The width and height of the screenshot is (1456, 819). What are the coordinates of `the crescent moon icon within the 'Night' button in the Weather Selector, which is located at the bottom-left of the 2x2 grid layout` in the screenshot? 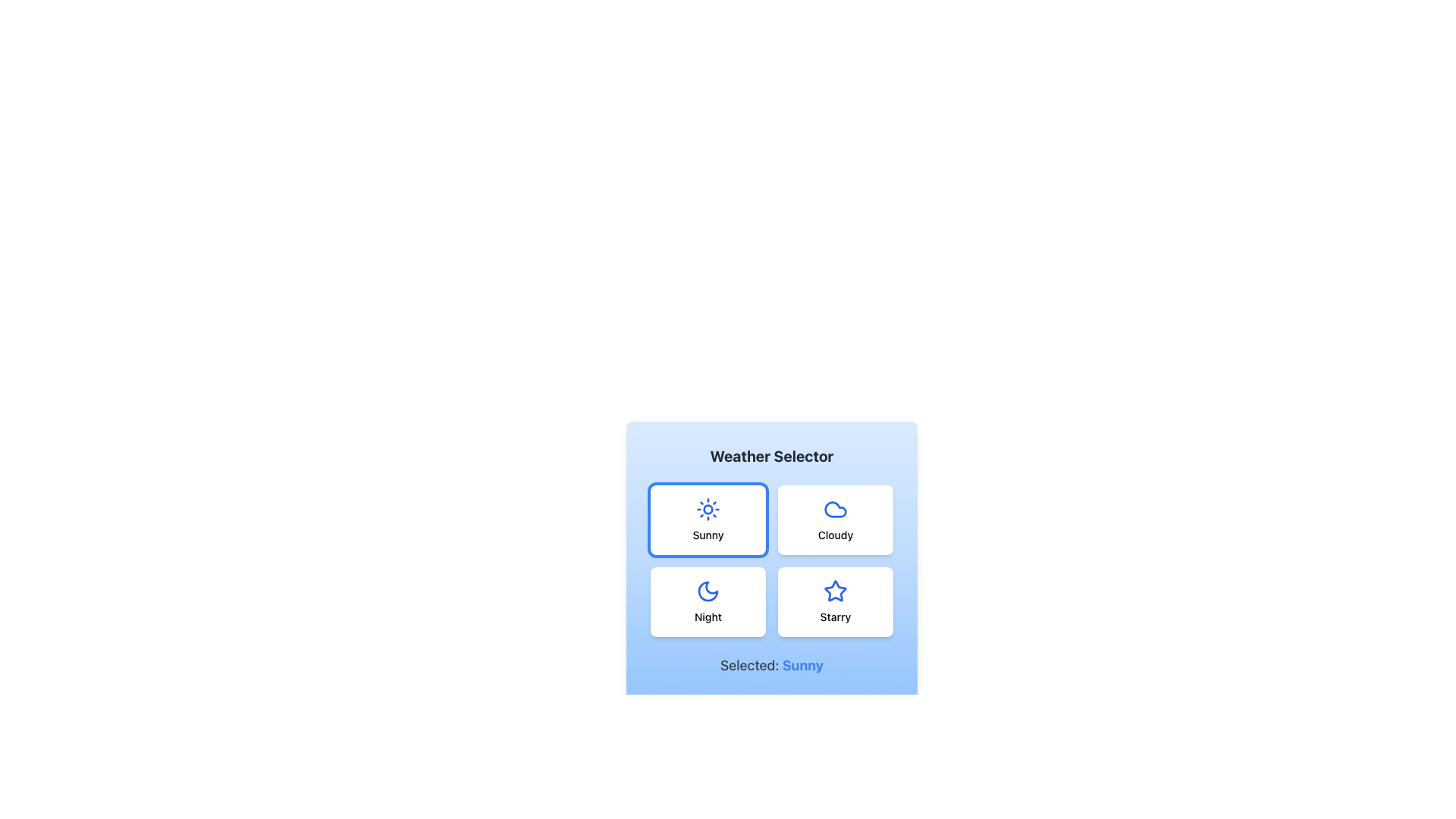 It's located at (708, 590).